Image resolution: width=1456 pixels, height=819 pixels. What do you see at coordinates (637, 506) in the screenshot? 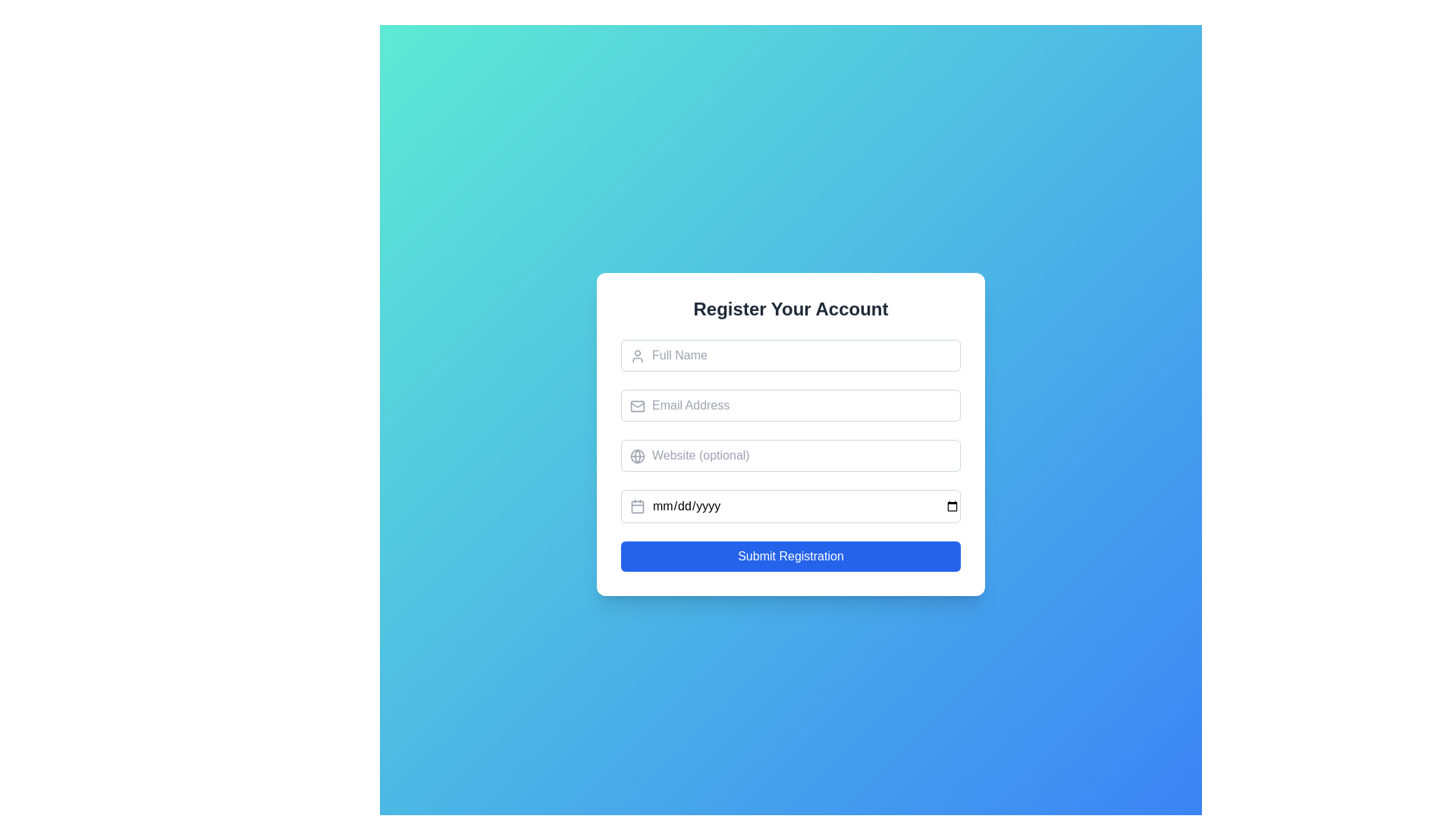
I see `the date picker icon located to the left of the date input field labeled 'mm/dd/yyyy' and interact with it using keyboard navigation` at bounding box center [637, 506].